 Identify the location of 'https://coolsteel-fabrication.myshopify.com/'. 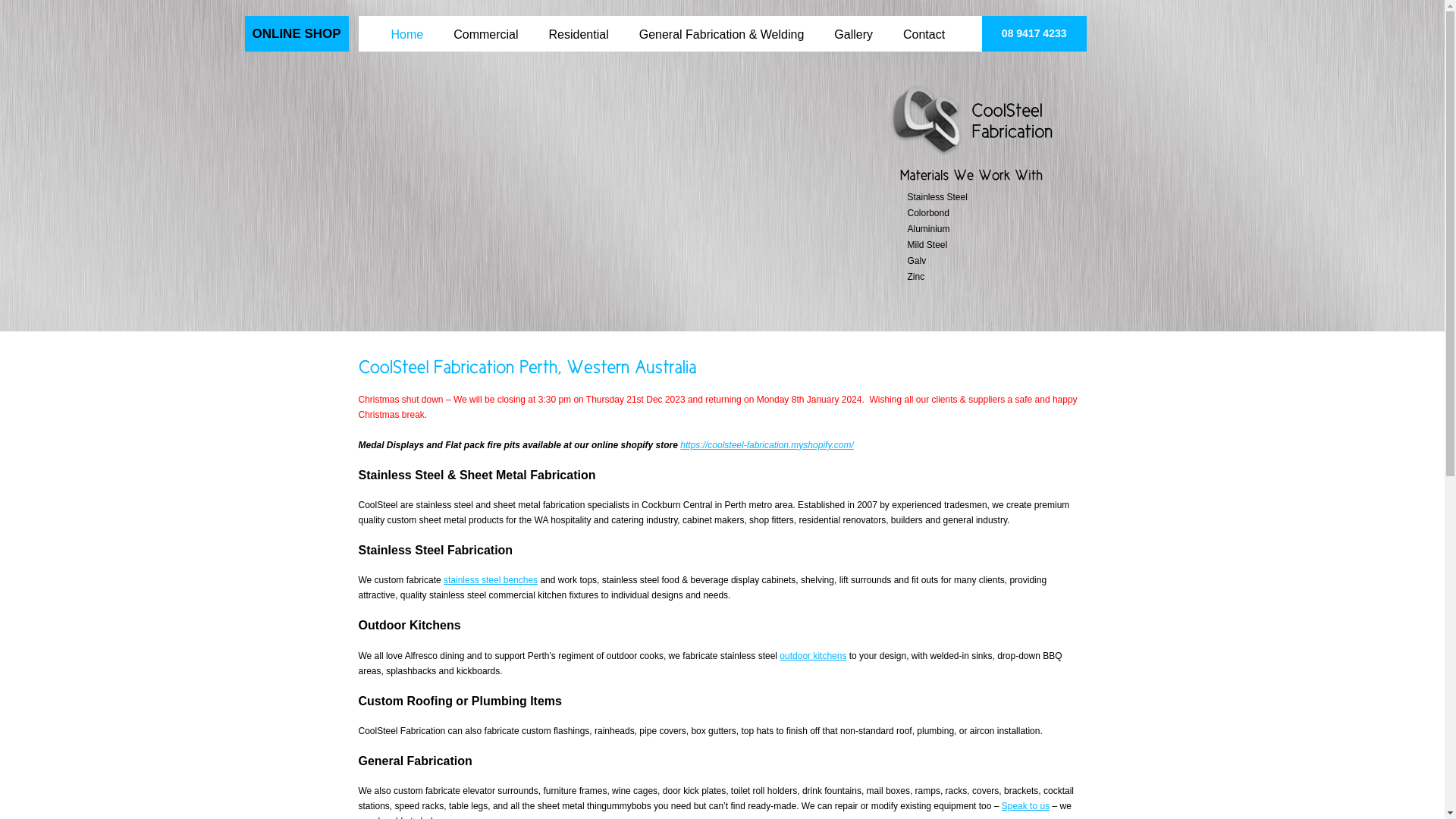
(767, 444).